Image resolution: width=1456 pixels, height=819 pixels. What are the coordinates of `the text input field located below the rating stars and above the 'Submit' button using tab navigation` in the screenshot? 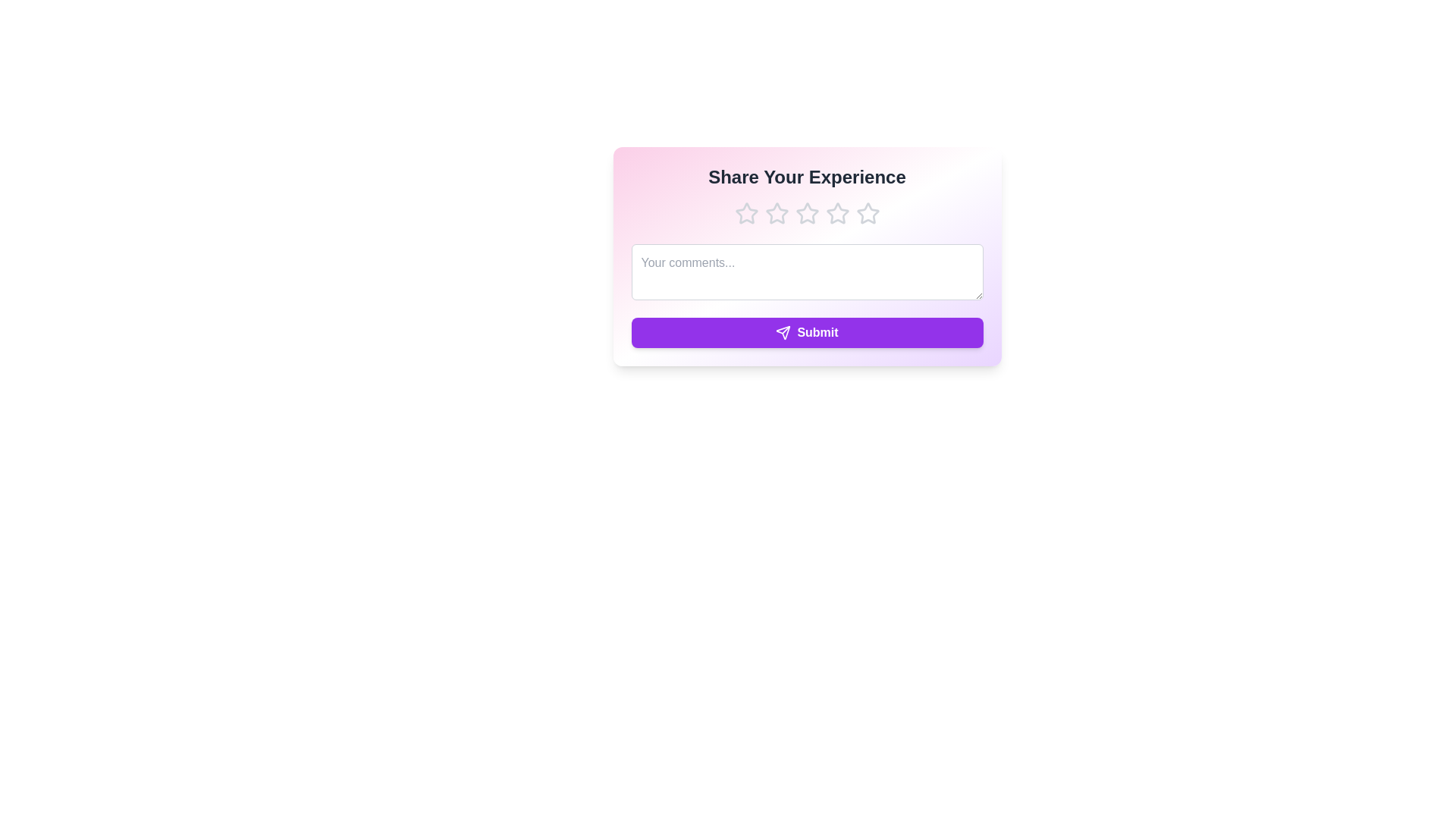 It's located at (806, 275).